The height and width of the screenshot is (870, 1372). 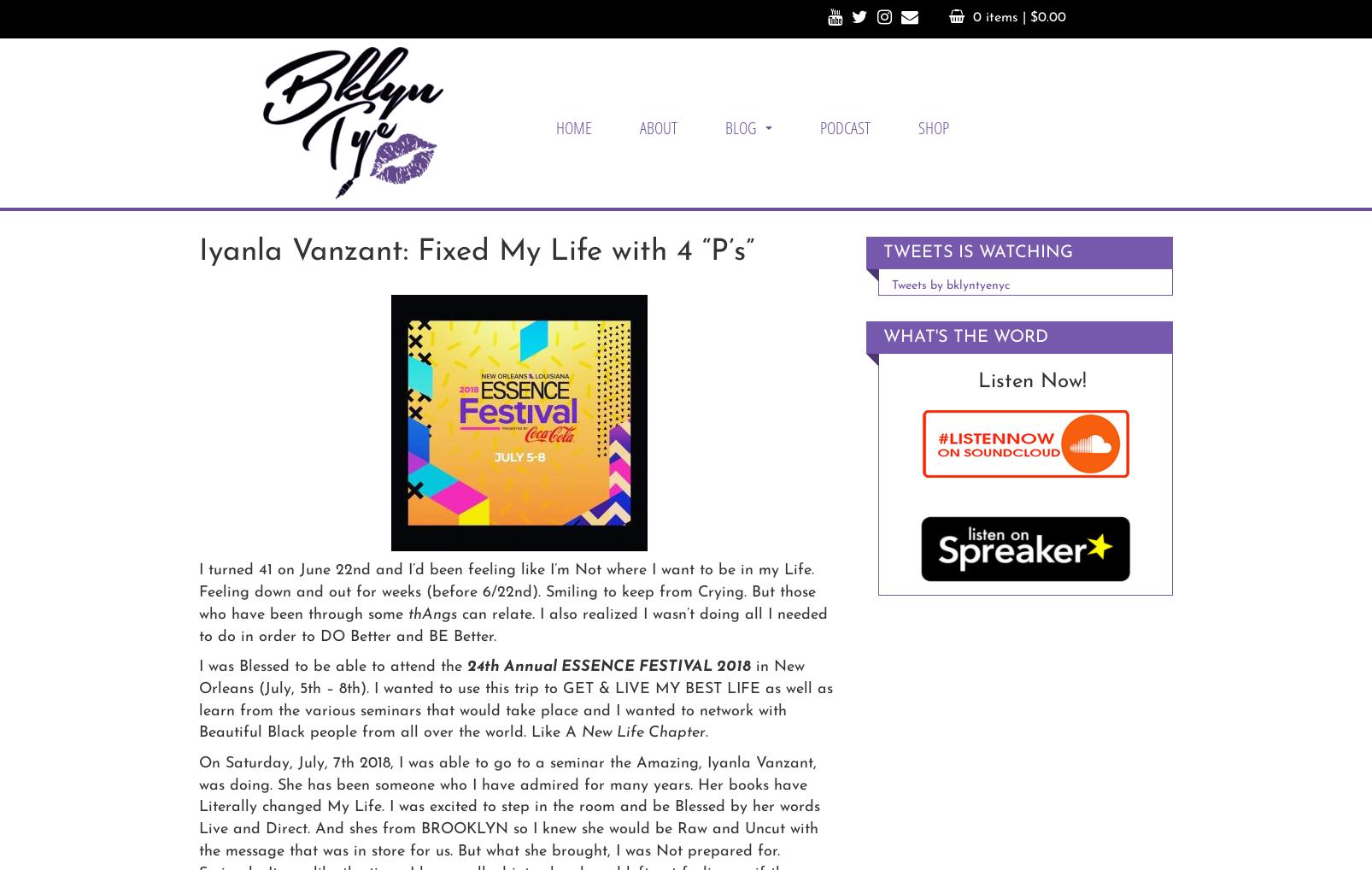 What do you see at coordinates (934, 126) in the screenshot?
I see `'SHOP'` at bounding box center [934, 126].